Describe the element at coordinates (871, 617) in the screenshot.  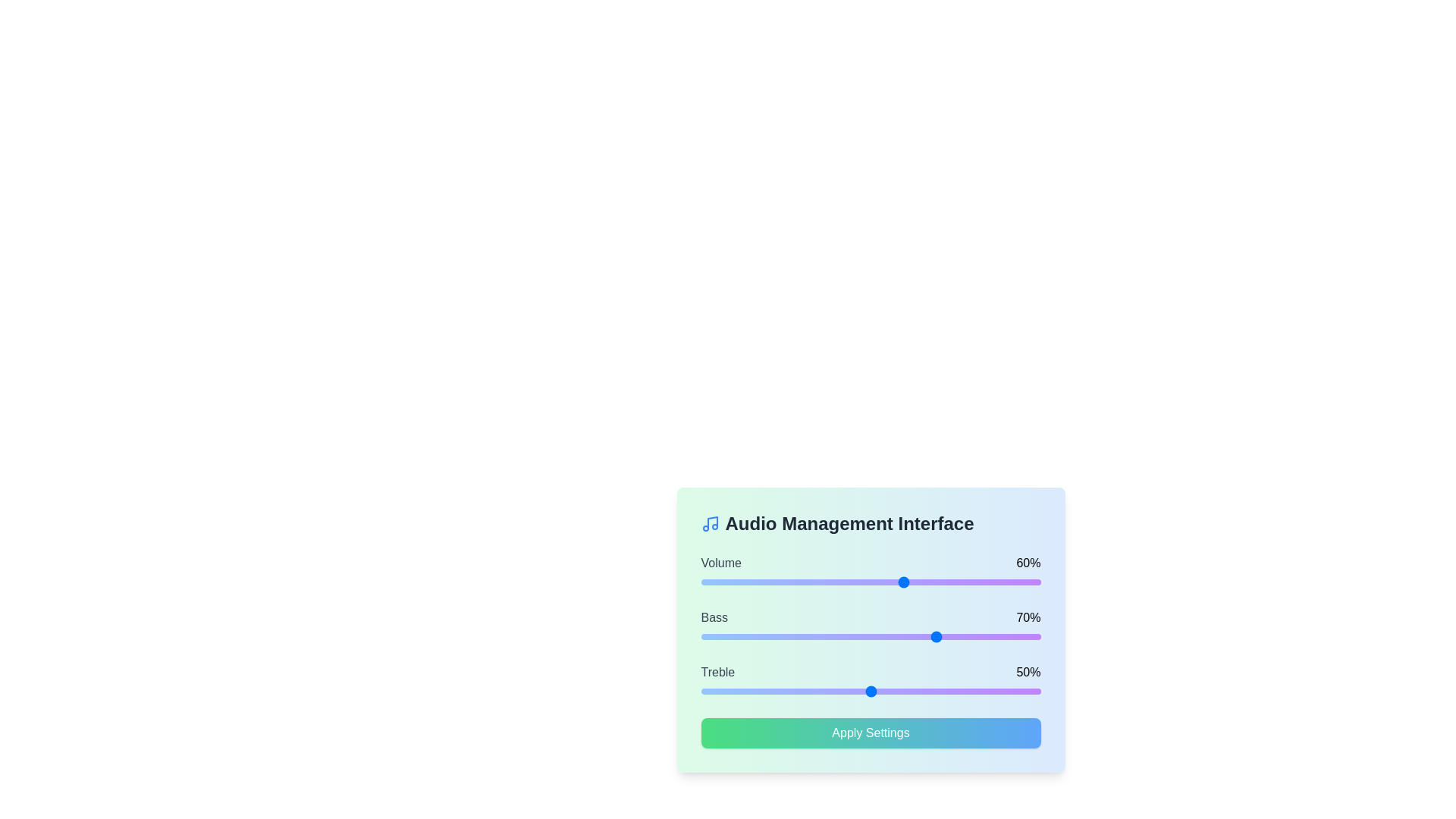
I see `the informational display for the 'Bass' setting, which shows its current value as '70%'` at that location.